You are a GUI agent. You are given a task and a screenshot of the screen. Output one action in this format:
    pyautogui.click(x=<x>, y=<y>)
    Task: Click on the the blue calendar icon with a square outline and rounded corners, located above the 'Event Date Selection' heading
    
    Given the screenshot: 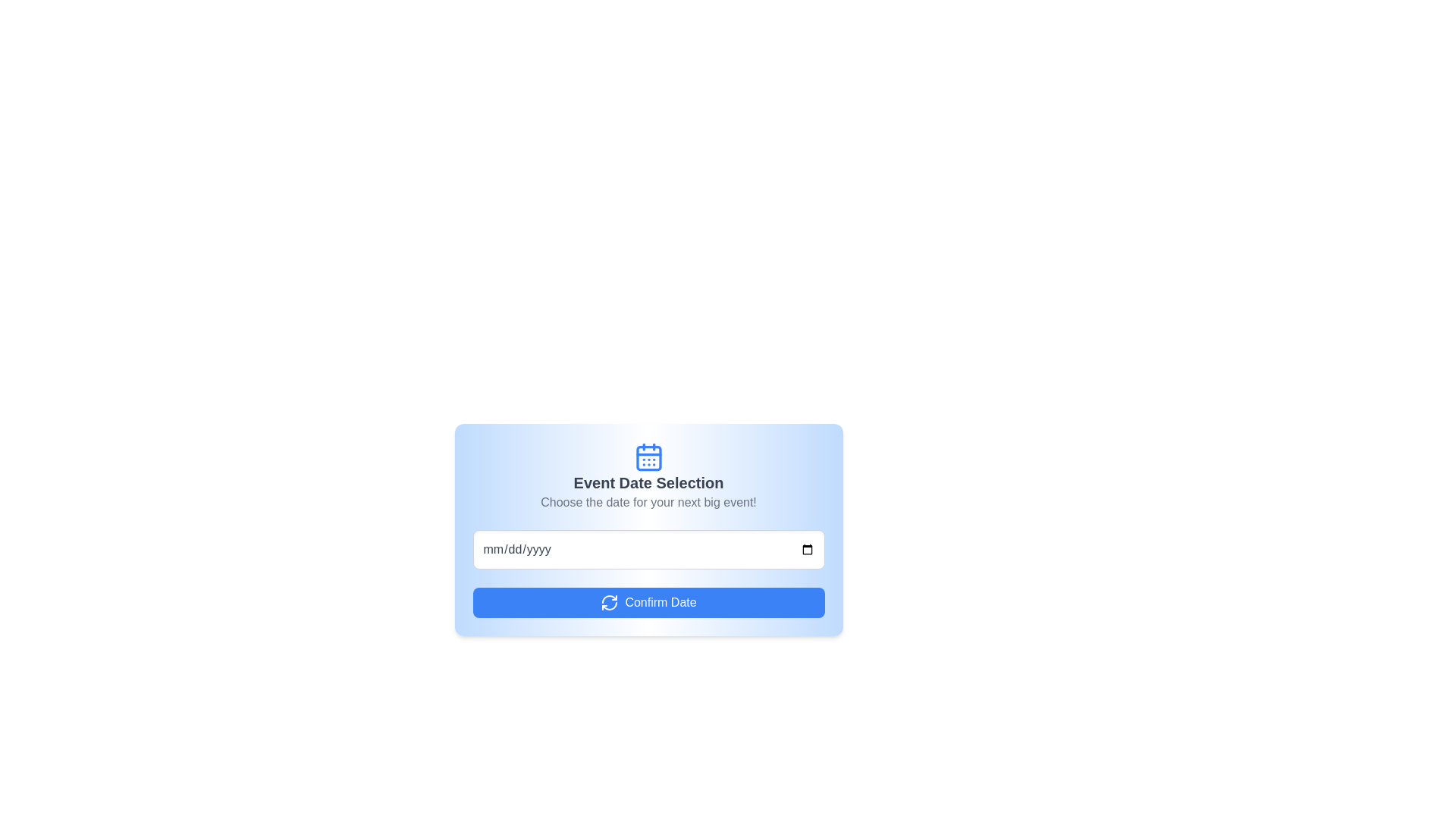 What is the action you would take?
    pyautogui.click(x=648, y=456)
    